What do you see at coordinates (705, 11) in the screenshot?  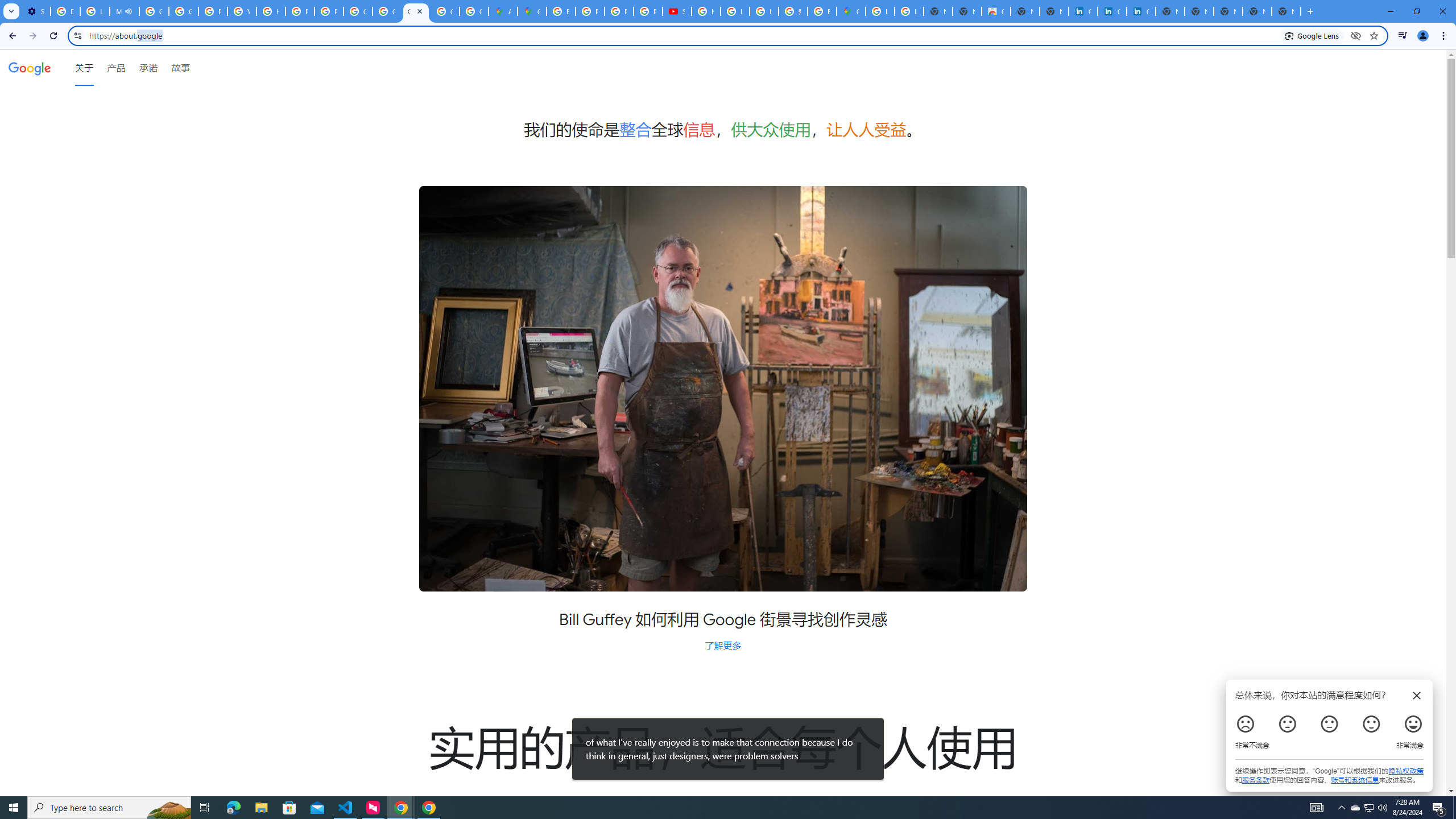 I see `'How Chrome protects your passwords - Google Chrome Help'` at bounding box center [705, 11].